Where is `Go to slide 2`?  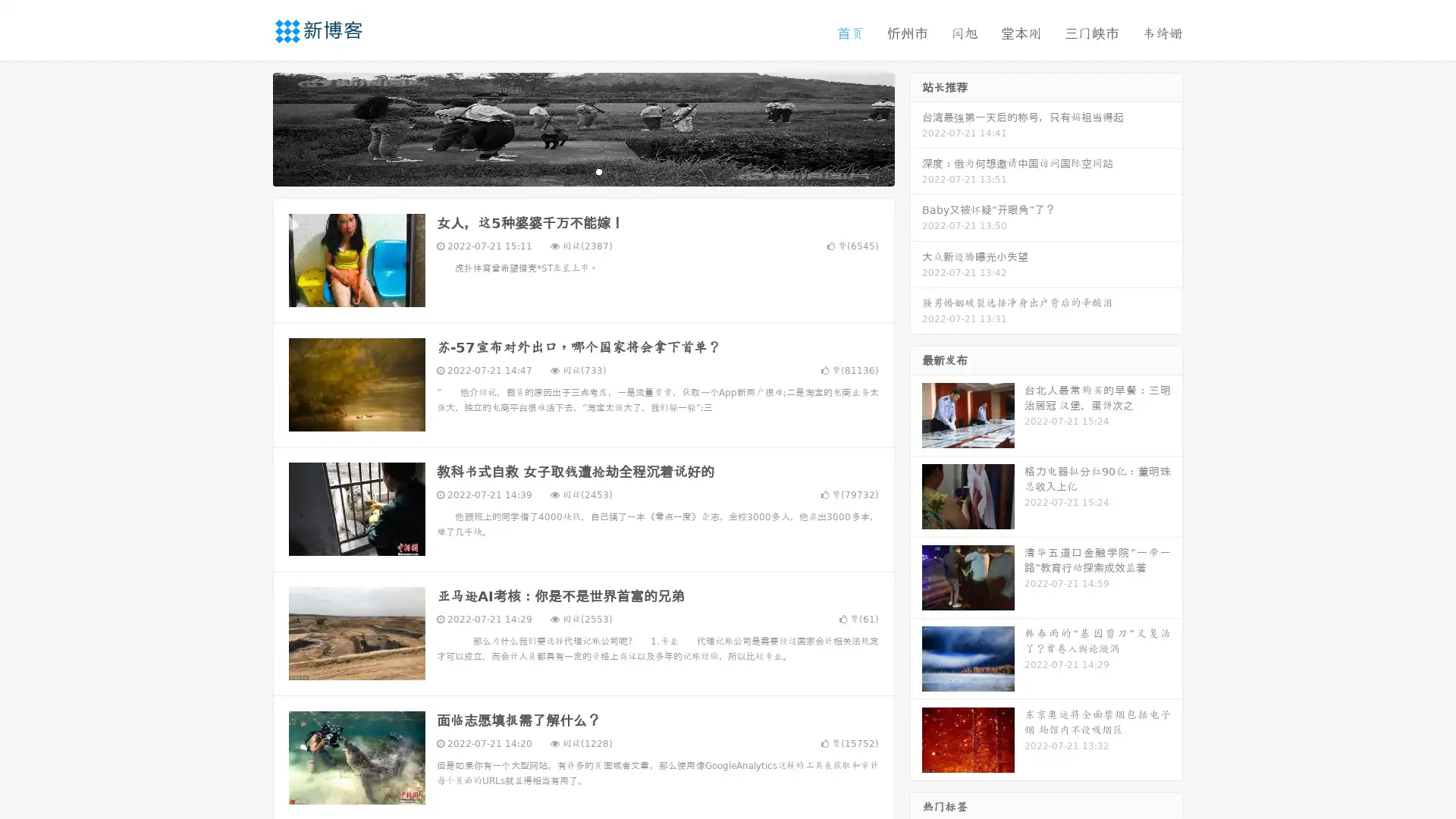 Go to slide 2 is located at coordinates (582, 171).